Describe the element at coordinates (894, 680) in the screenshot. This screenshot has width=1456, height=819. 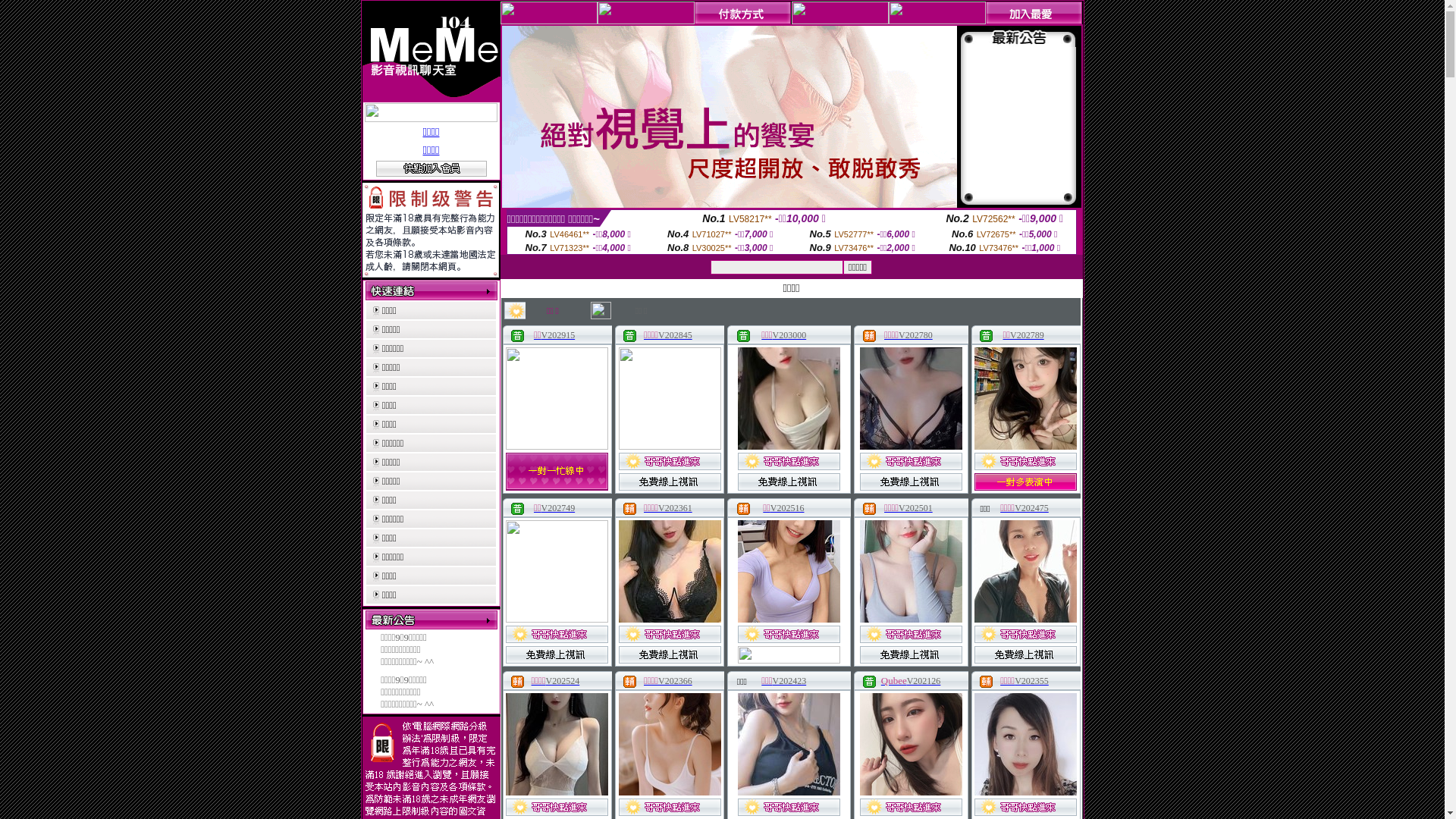
I see `'Qubee'` at that location.